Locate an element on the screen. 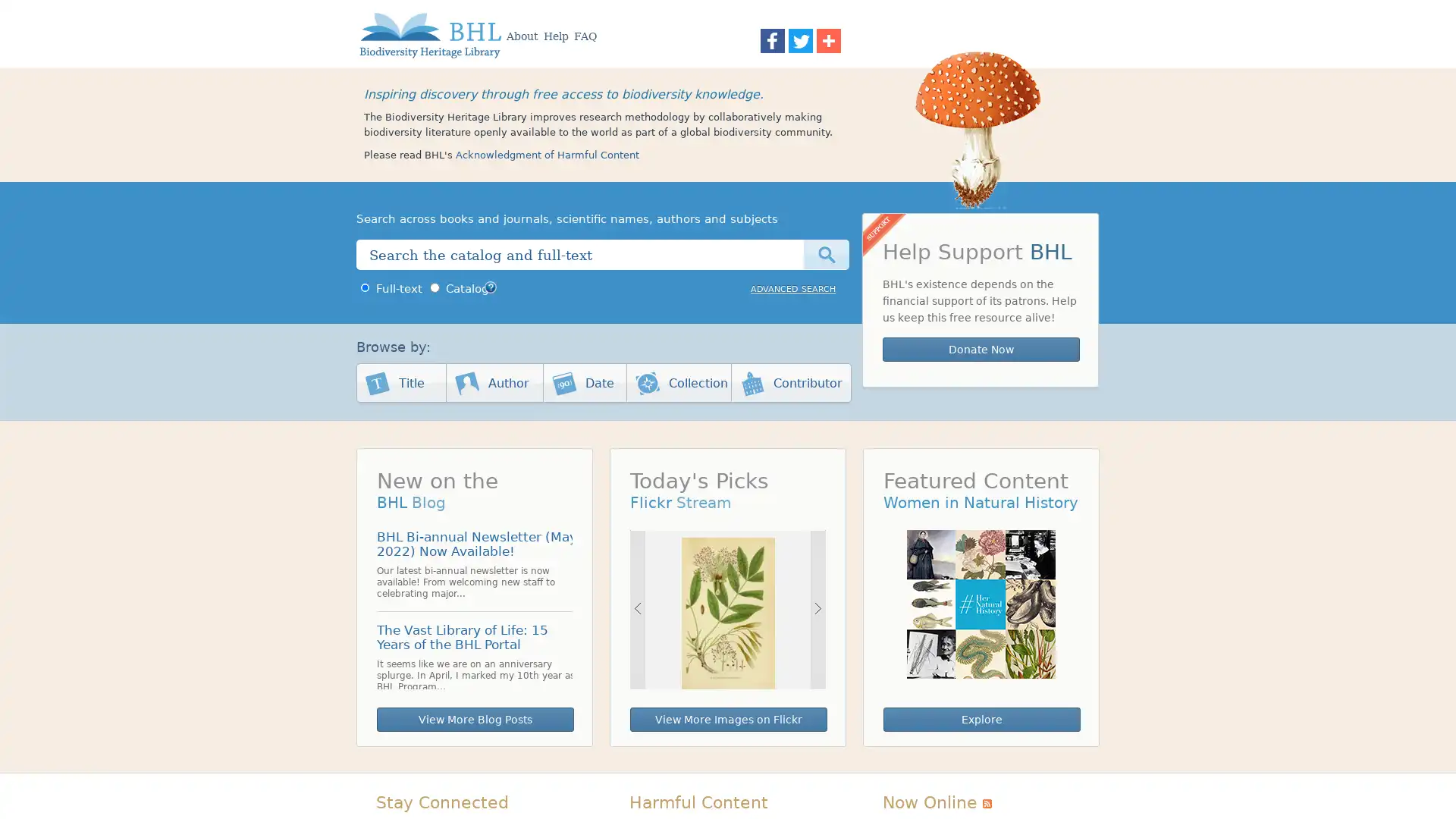 This screenshot has width=1456, height=819. Share to More is located at coordinates (828, 40).